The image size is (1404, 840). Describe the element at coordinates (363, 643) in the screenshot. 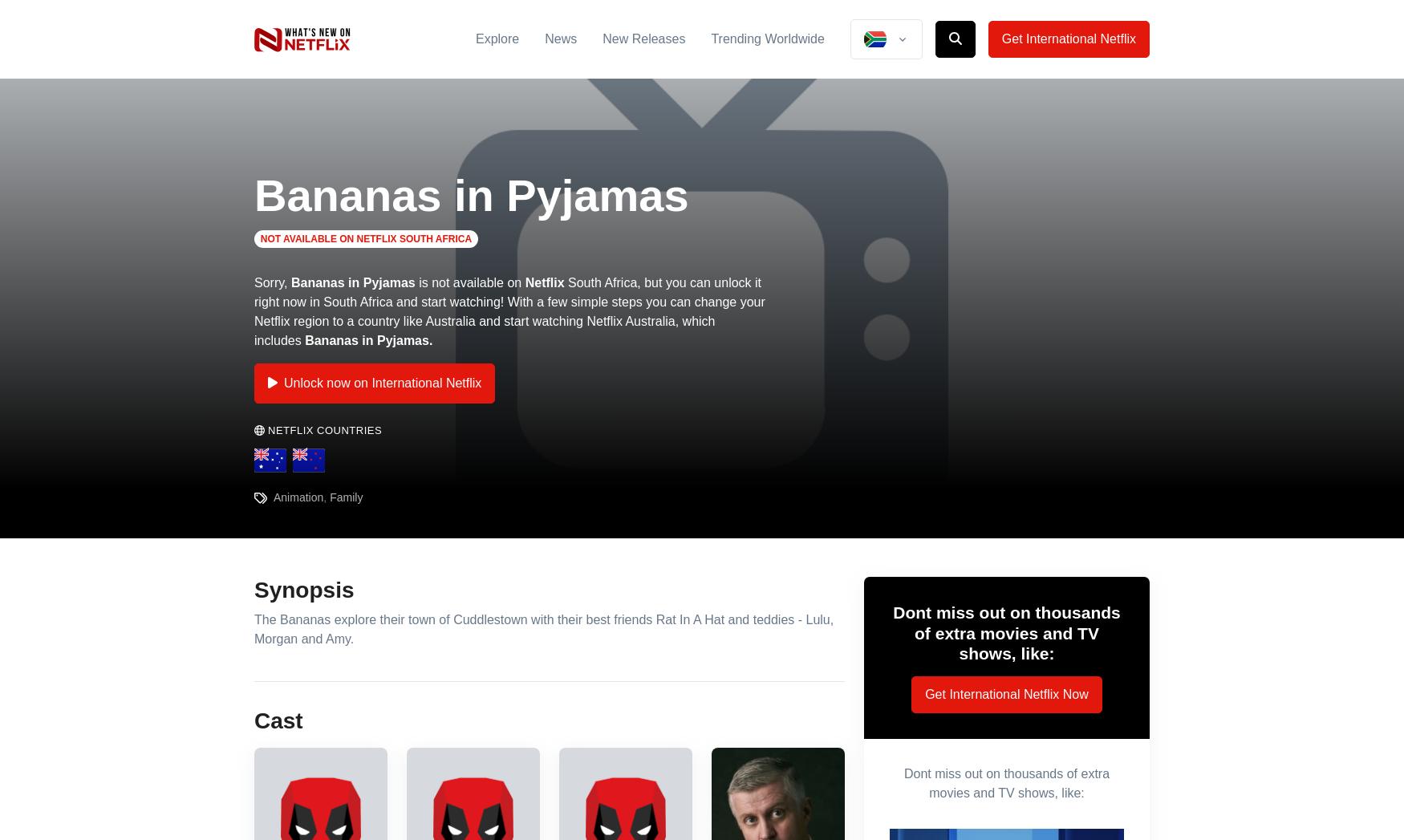

I see `'Download the ExpressVPN app from the app store and create an account.'` at that location.